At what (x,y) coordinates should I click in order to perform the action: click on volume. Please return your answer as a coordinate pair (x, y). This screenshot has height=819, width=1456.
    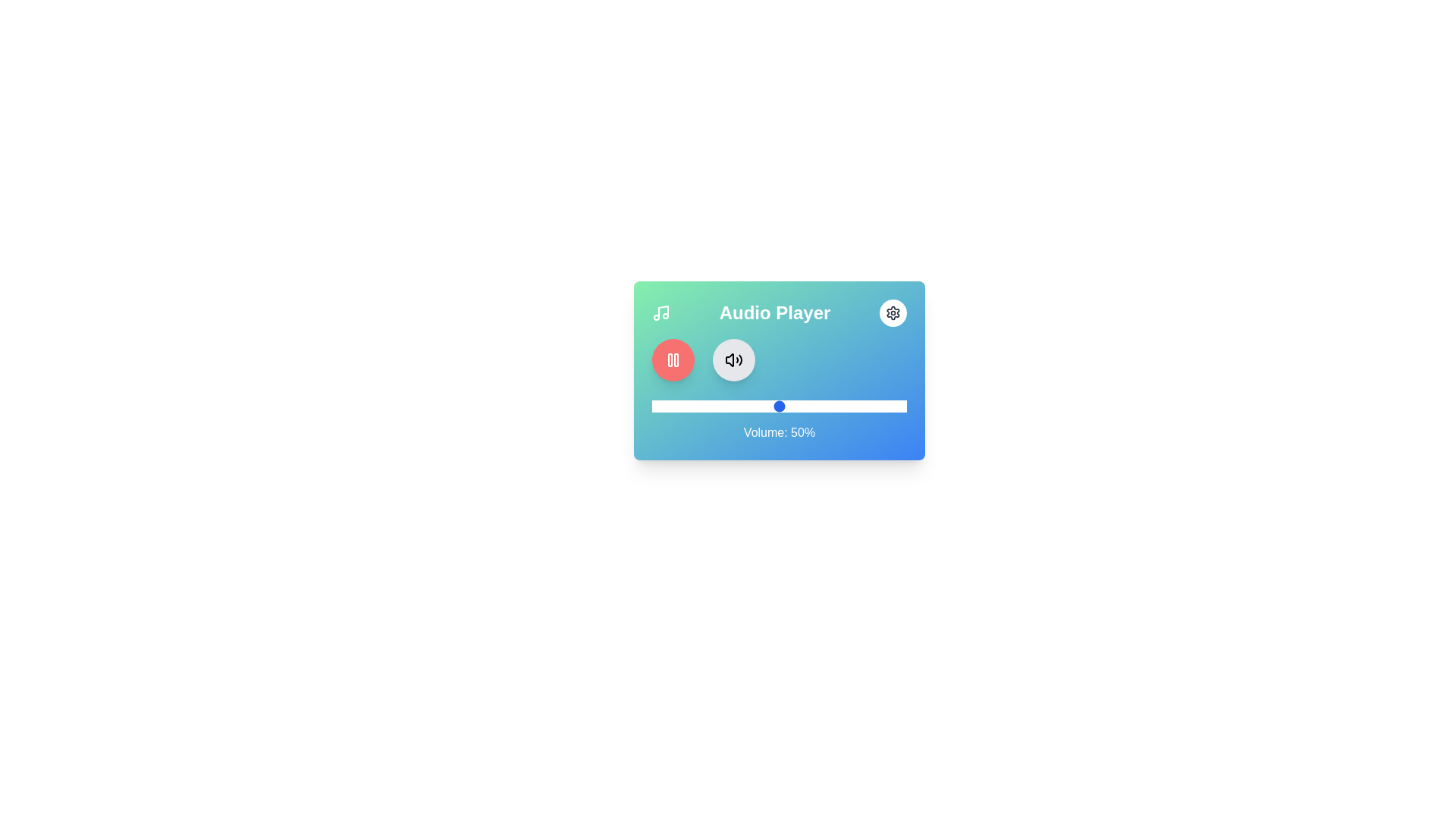
    Looking at the image, I should click on (899, 406).